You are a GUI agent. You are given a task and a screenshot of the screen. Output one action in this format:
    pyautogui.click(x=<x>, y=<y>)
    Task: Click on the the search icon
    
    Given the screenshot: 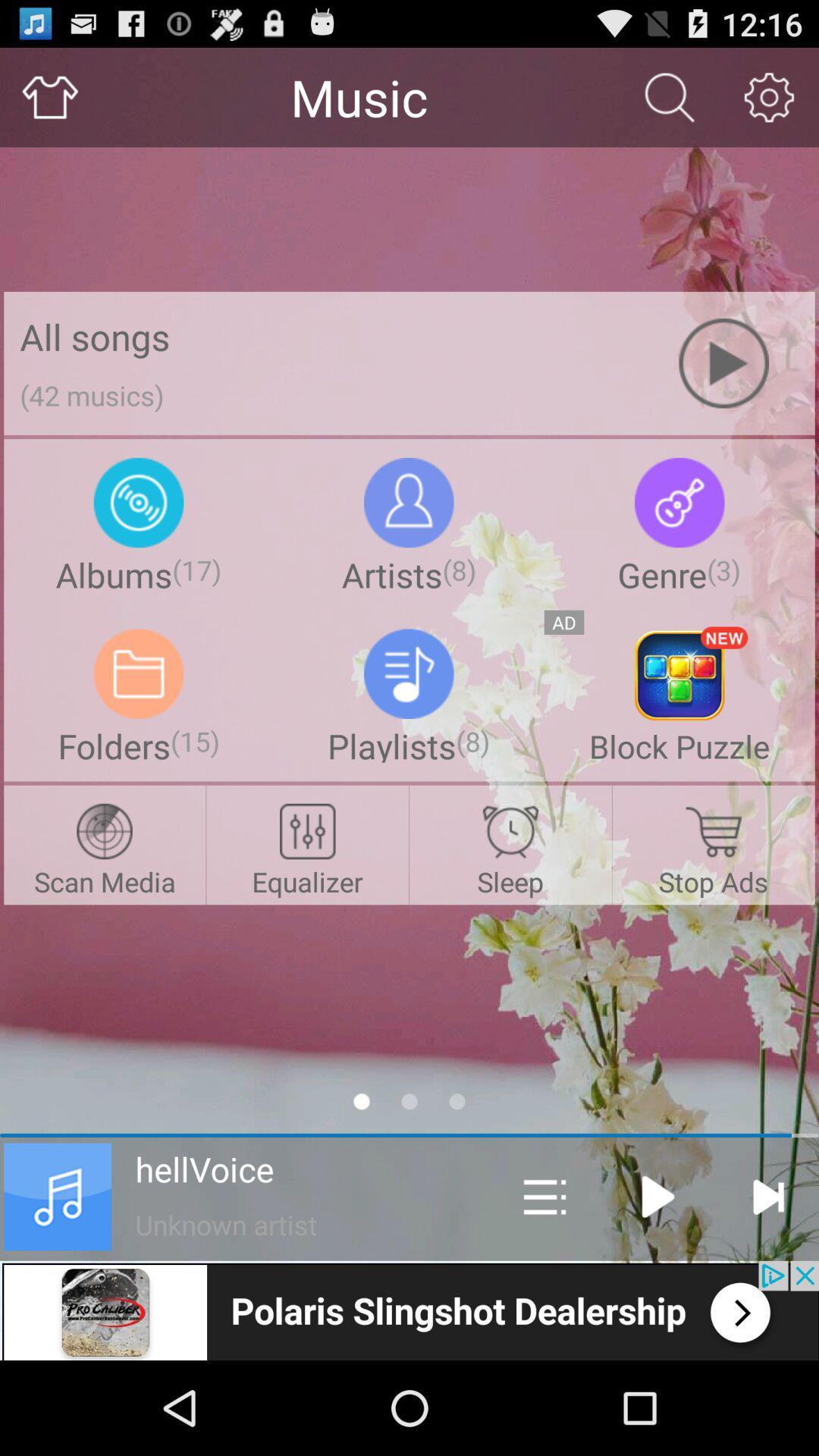 What is the action you would take?
    pyautogui.click(x=669, y=103)
    